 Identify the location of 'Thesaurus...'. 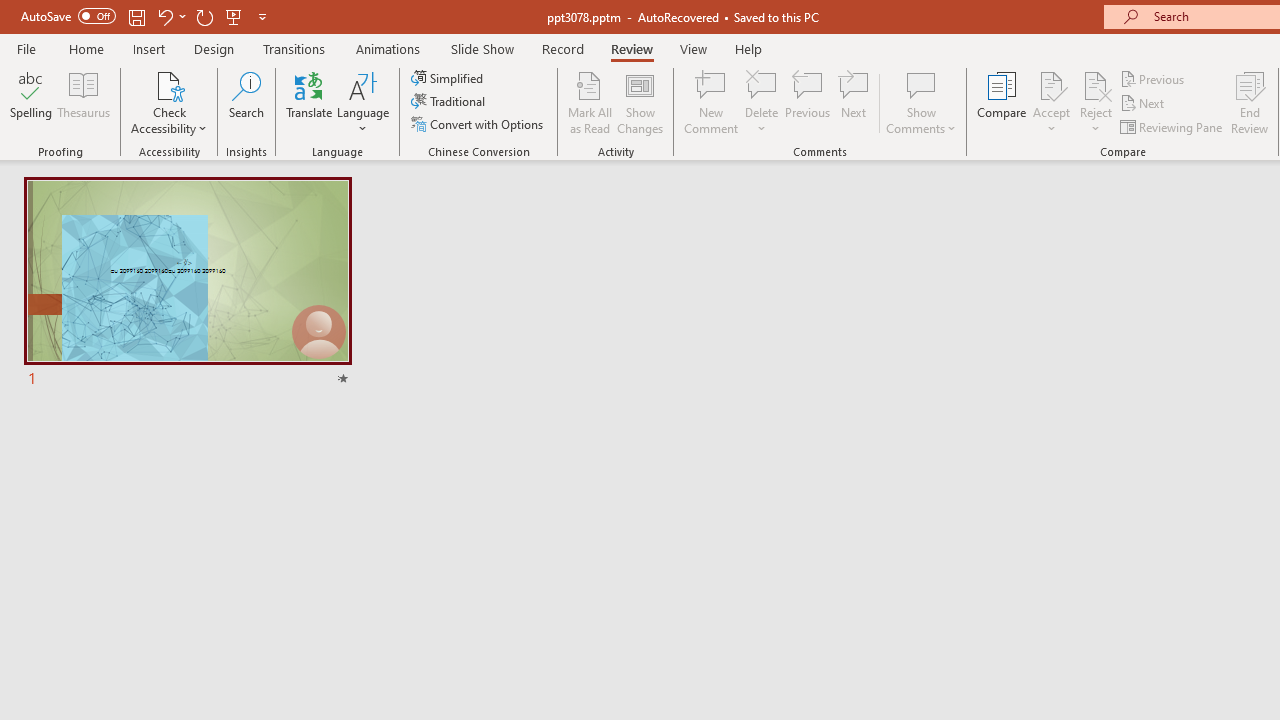
(82, 103).